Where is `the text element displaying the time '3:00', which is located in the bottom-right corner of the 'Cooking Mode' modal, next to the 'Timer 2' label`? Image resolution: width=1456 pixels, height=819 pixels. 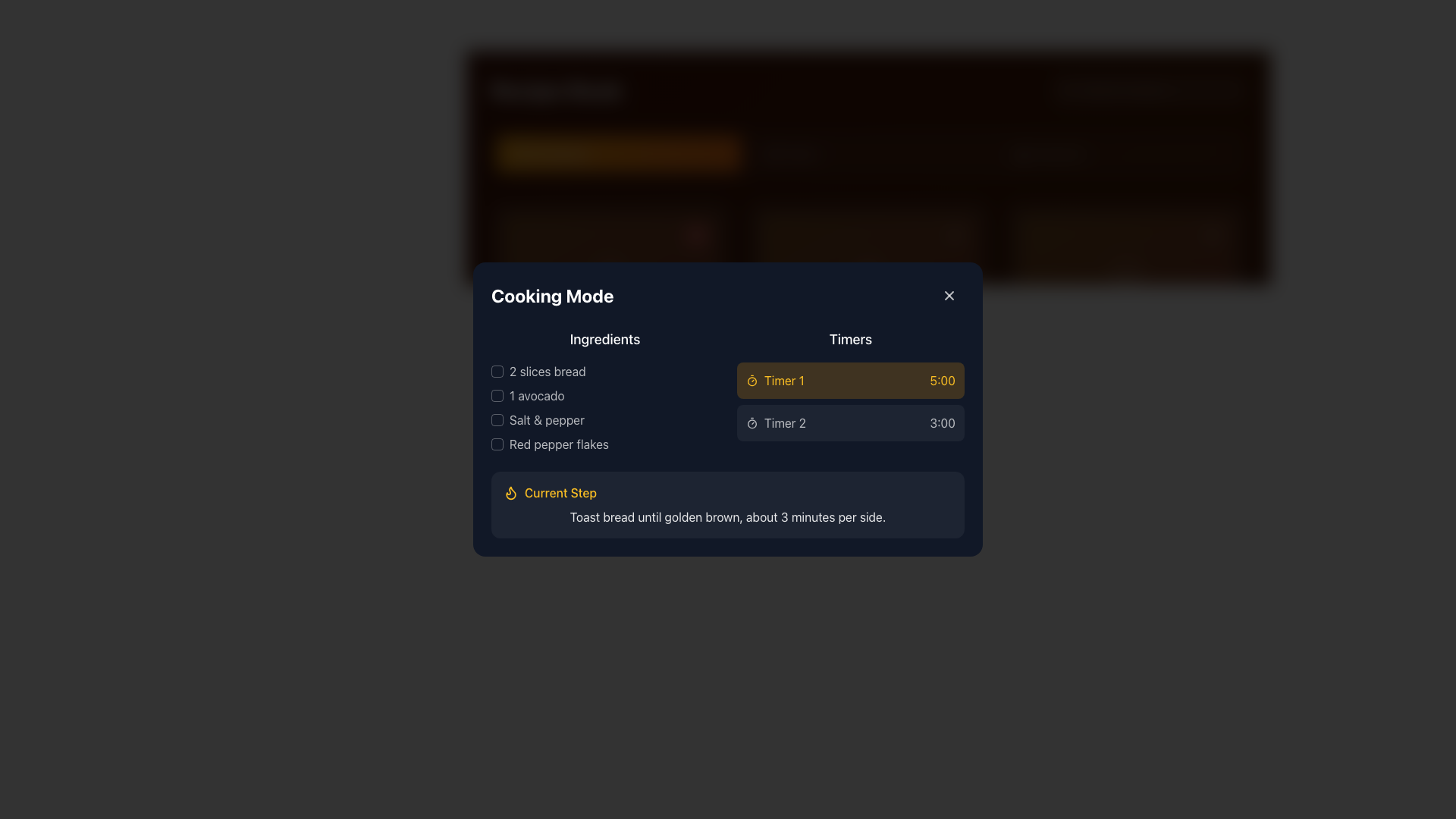
the text element displaying the time '3:00', which is located in the bottom-right corner of the 'Cooking Mode' modal, next to the 'Timer 2' label is located at coordinates (942, 423).